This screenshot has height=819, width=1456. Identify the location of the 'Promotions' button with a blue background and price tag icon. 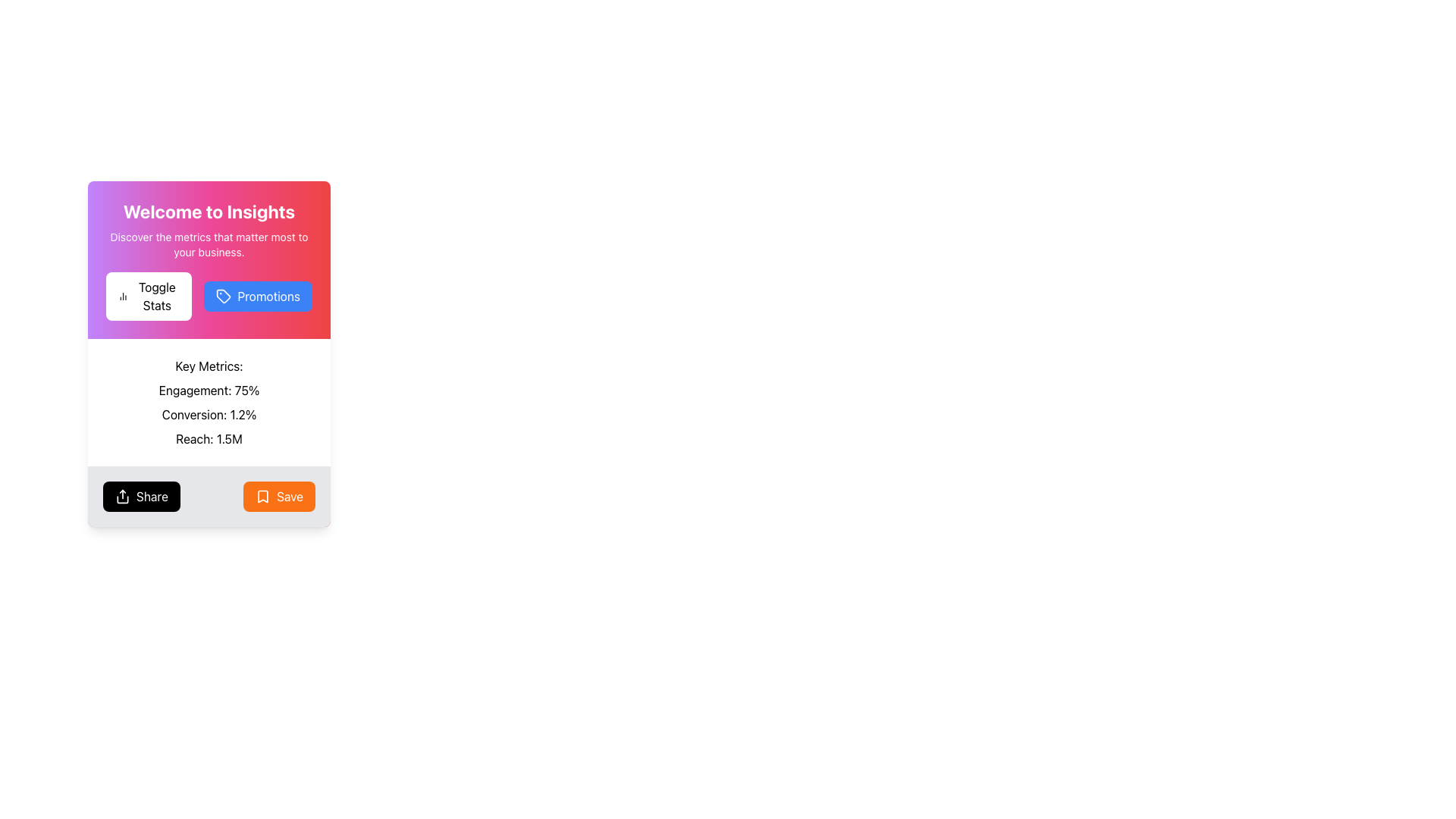
(208, 296).